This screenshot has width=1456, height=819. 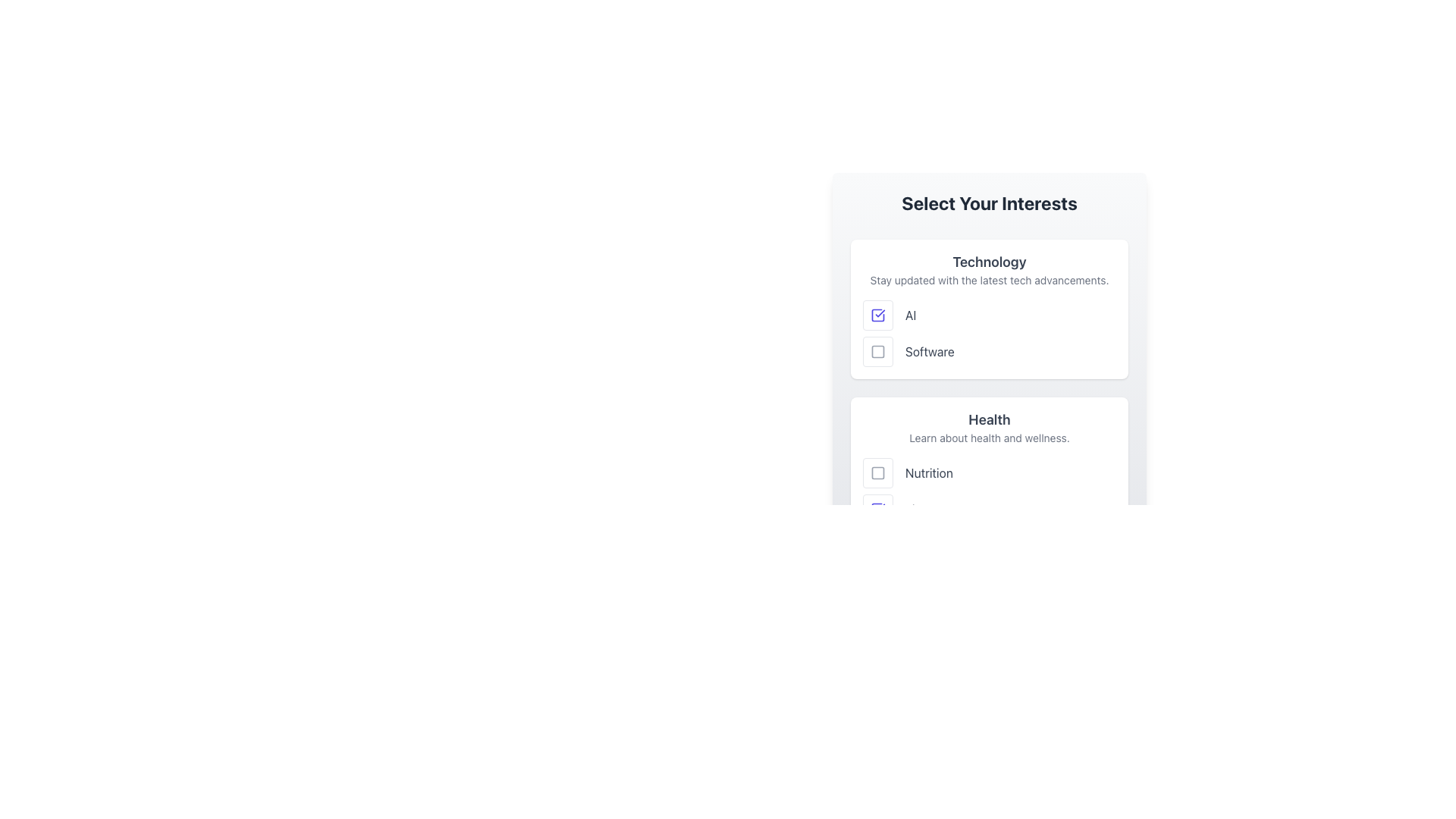 What do you see at coordinates (990, 466) in the screenshot?
I see `the checkboxes within the 'Health' card` at bounding box center [990, 466].